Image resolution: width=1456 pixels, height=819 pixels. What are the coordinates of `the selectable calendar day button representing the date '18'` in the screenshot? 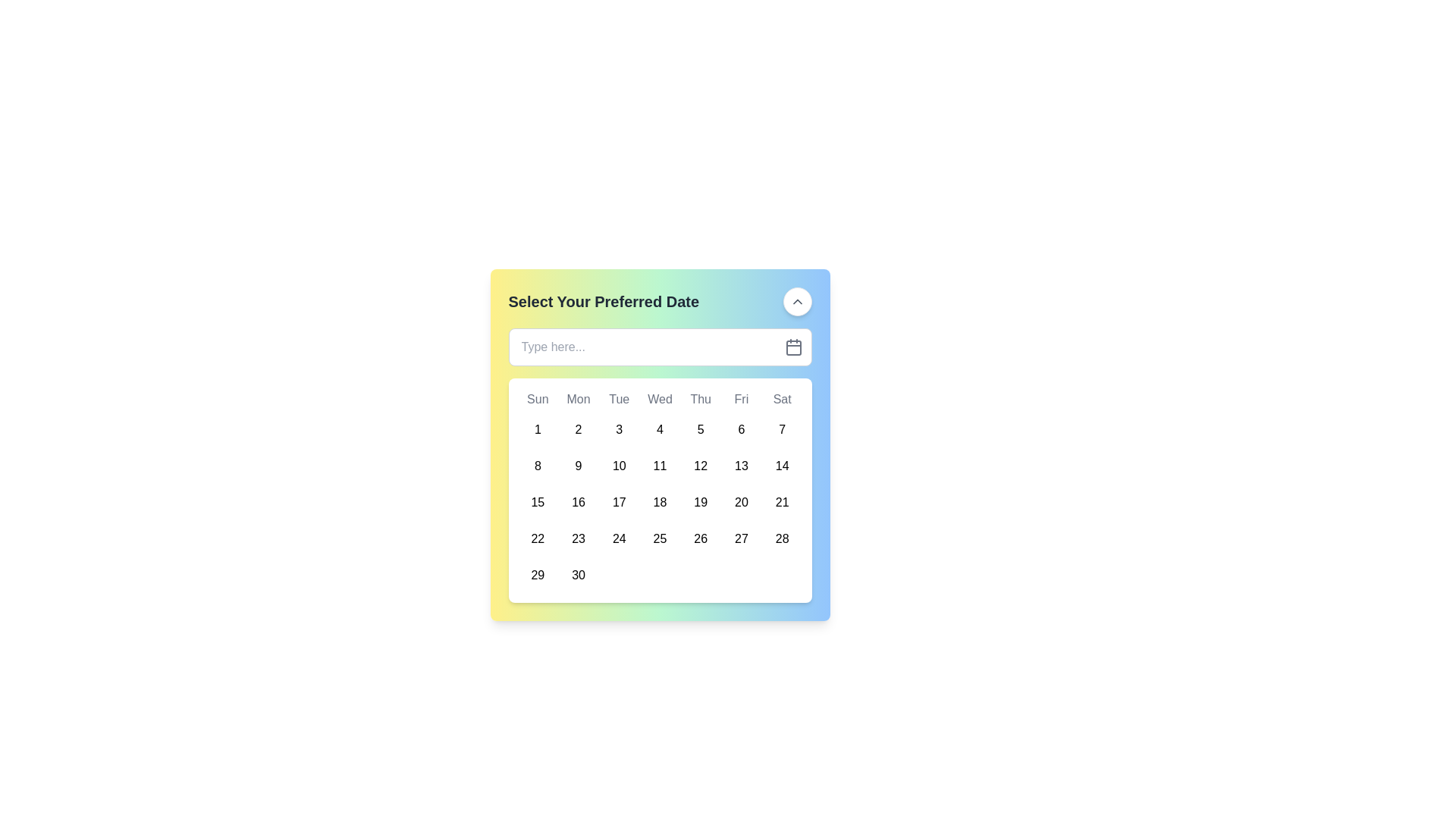 It's located at (660, 503).